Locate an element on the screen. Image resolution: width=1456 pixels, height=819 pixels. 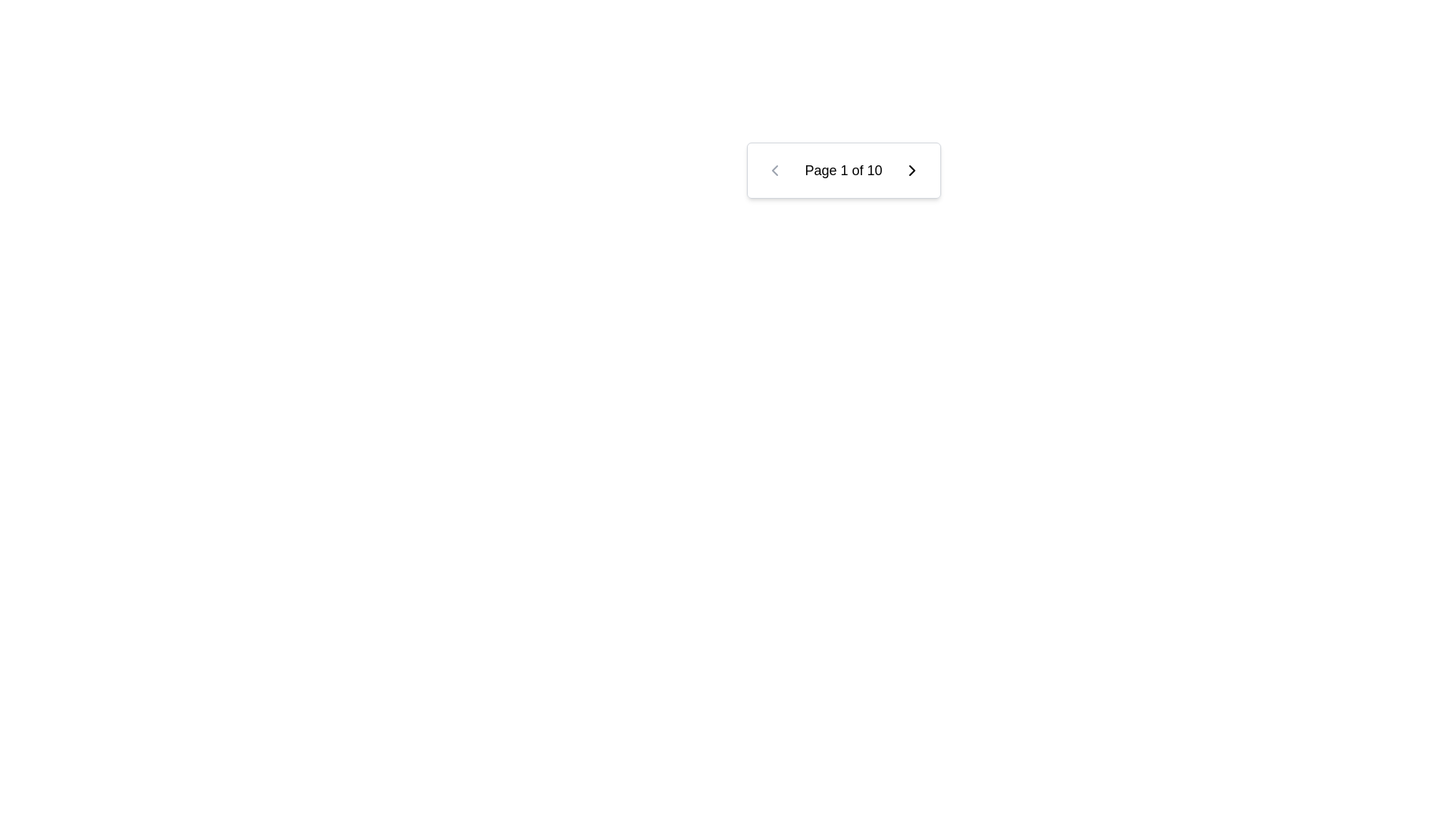
the pagination button that navigates to the next page, located to the right of 'Page 1 of 10' is located at coordinates (912, 170).